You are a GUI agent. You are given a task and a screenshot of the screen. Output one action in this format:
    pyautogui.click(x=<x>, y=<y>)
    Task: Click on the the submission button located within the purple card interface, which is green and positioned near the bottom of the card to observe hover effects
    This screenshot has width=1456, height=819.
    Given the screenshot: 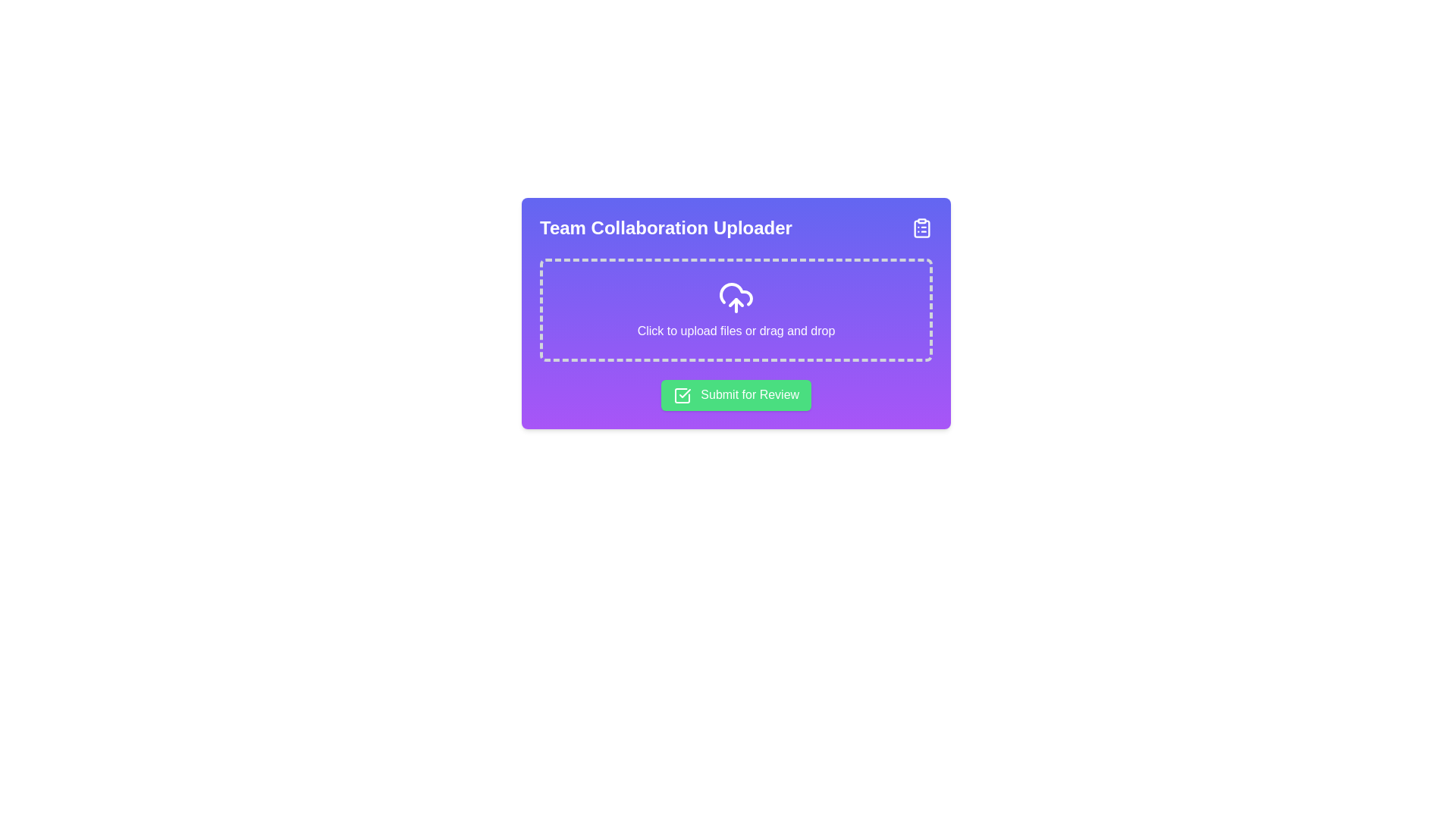 What is the action you would take?
    pyautogui.click(x=736, y=394)
    